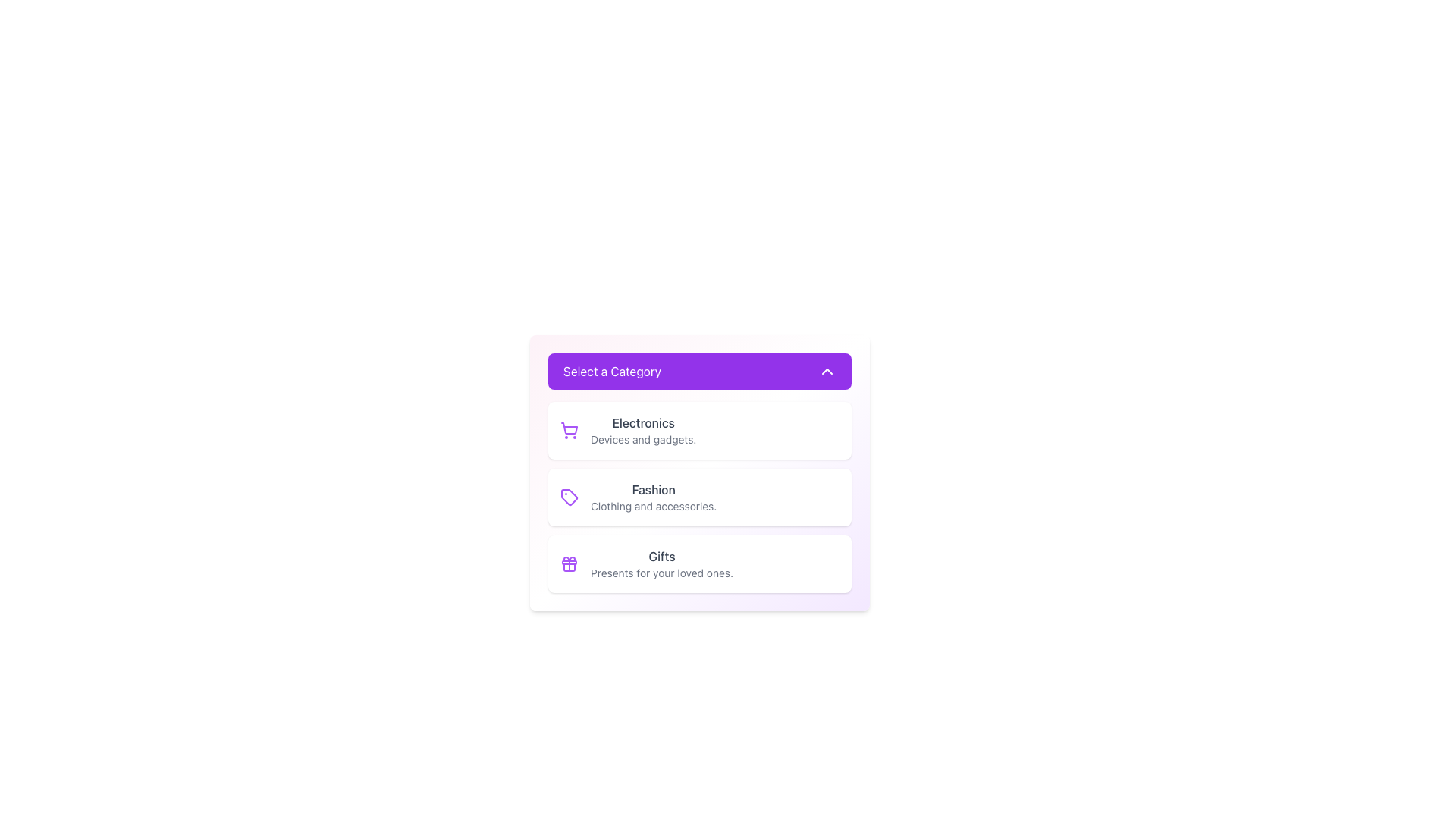 The width and height of the screenshot is (1456, 819). Describe the element at coordinates (654, 489) in the screenshot. I see `the 'Fashion' text label, which is the primary label for the category related to clothing and accessories located in the category list under 'Select a Category'` at that location.